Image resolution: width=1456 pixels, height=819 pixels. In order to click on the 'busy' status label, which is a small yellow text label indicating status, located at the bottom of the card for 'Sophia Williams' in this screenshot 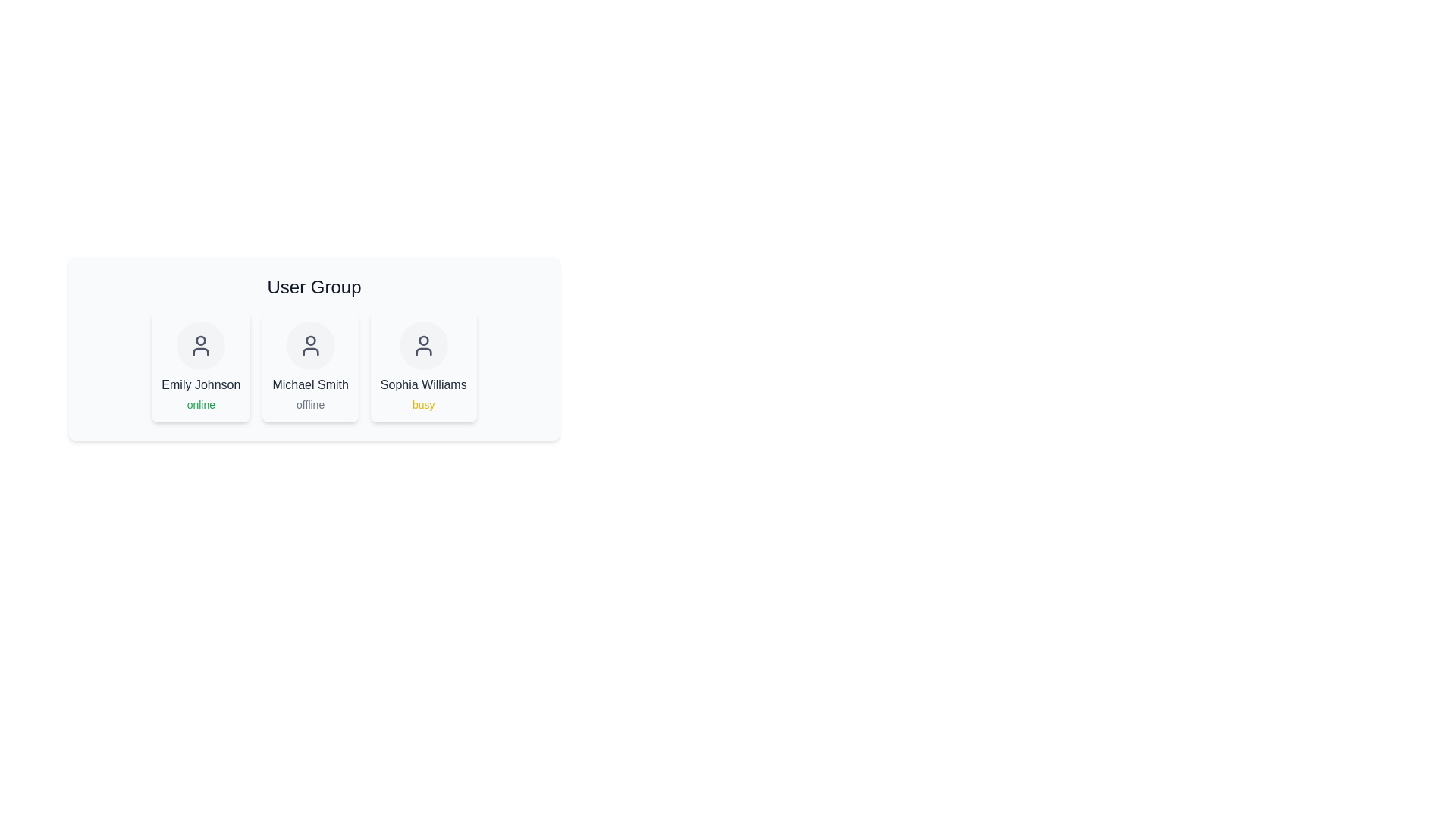, I will do `click(423, 403)`.